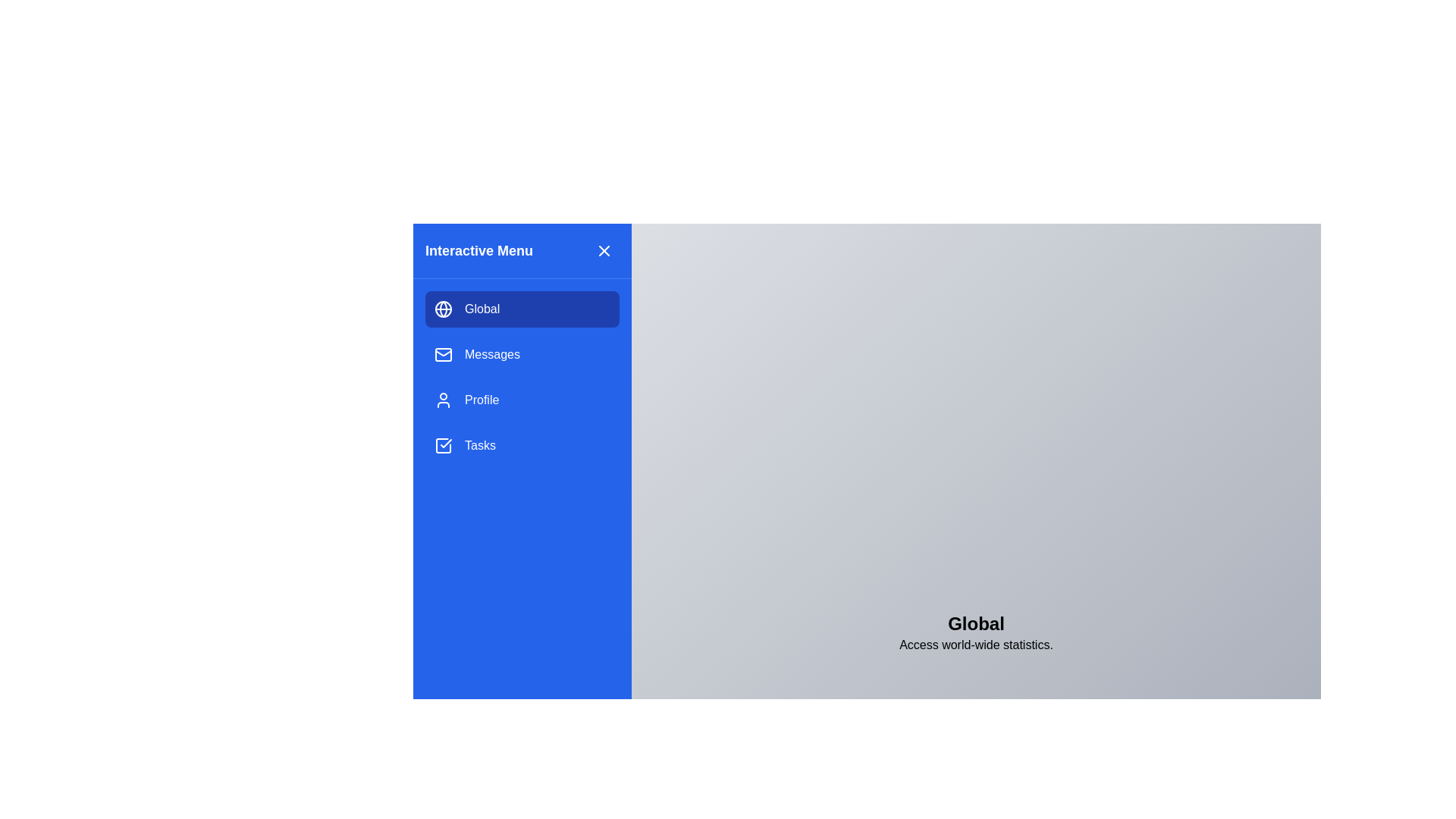 Image resolution: width=1456 pixels, height=819 pixels. What do you see at coordinates (481, 400) in the screenshot?
I see `the 'Profile' text label in the vertical navigation menu, which is styled in white and located below 'Messages' and above 'Tasks'` at bounding box center [481, 400].